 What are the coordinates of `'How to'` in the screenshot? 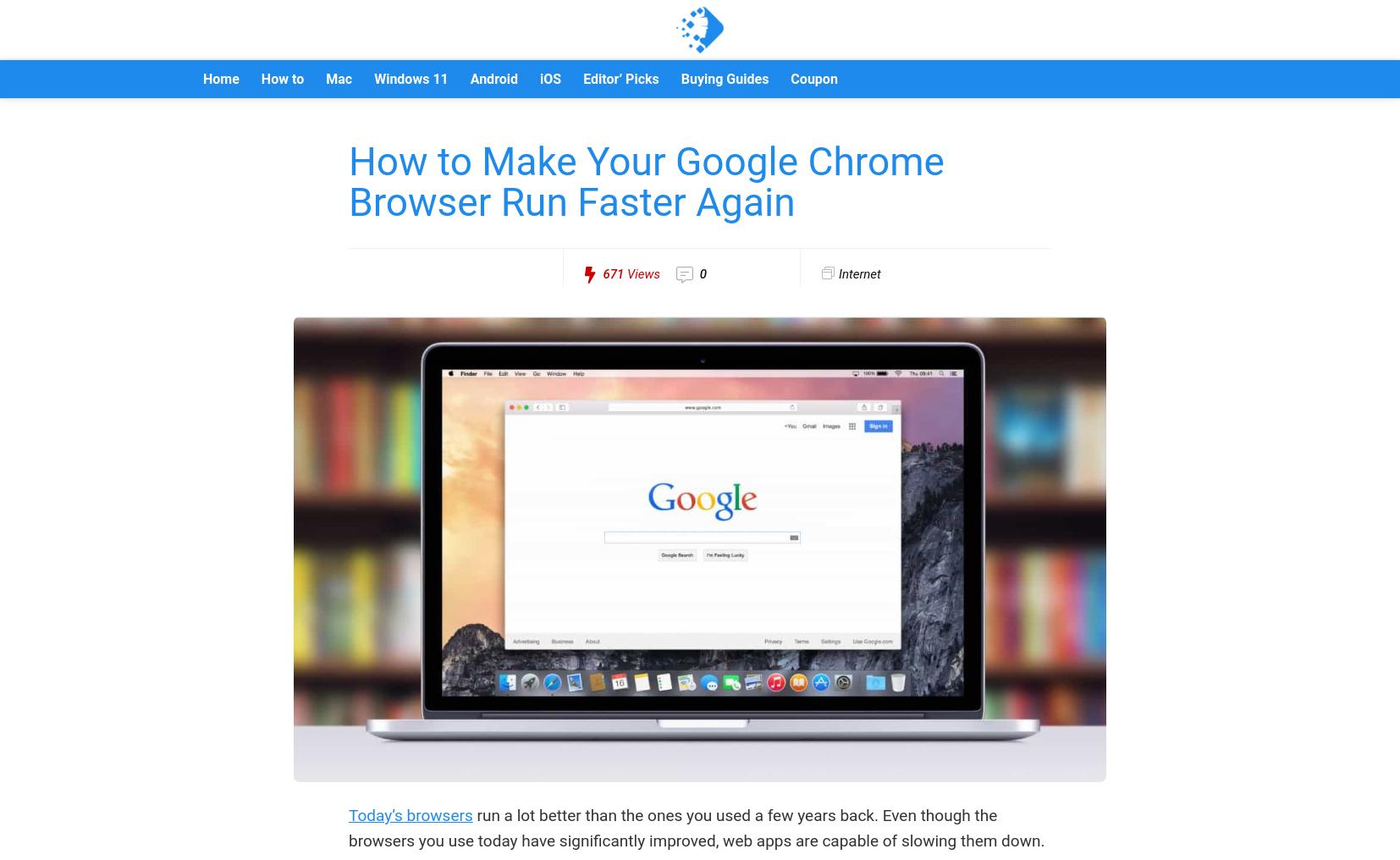 It's located at (281, 79).